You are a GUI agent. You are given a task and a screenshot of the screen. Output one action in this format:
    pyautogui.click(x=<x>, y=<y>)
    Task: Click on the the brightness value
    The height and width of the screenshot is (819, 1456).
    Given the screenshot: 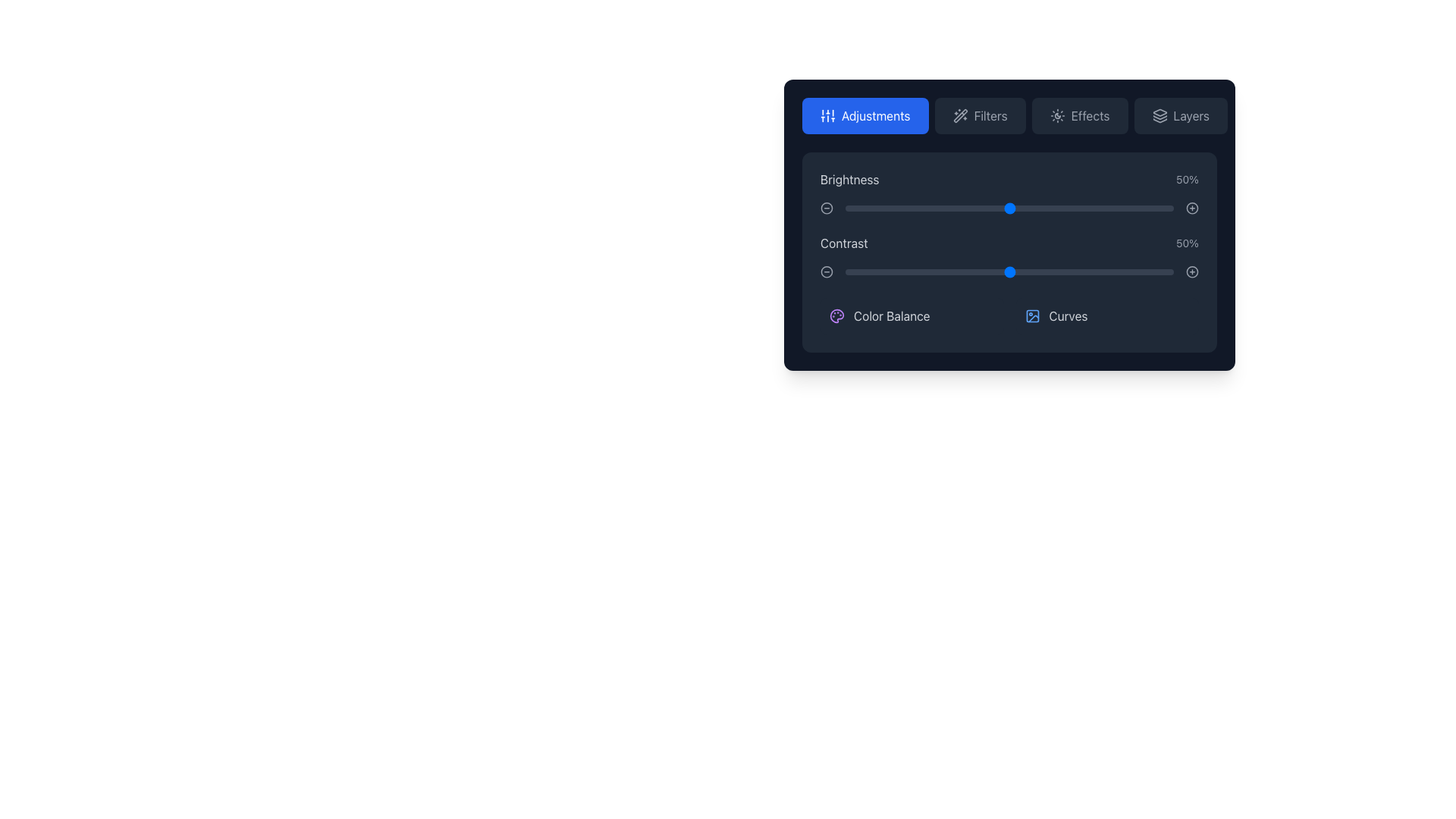 What is the action you would take?
    pyautogui.click(x=885, y=208)
    